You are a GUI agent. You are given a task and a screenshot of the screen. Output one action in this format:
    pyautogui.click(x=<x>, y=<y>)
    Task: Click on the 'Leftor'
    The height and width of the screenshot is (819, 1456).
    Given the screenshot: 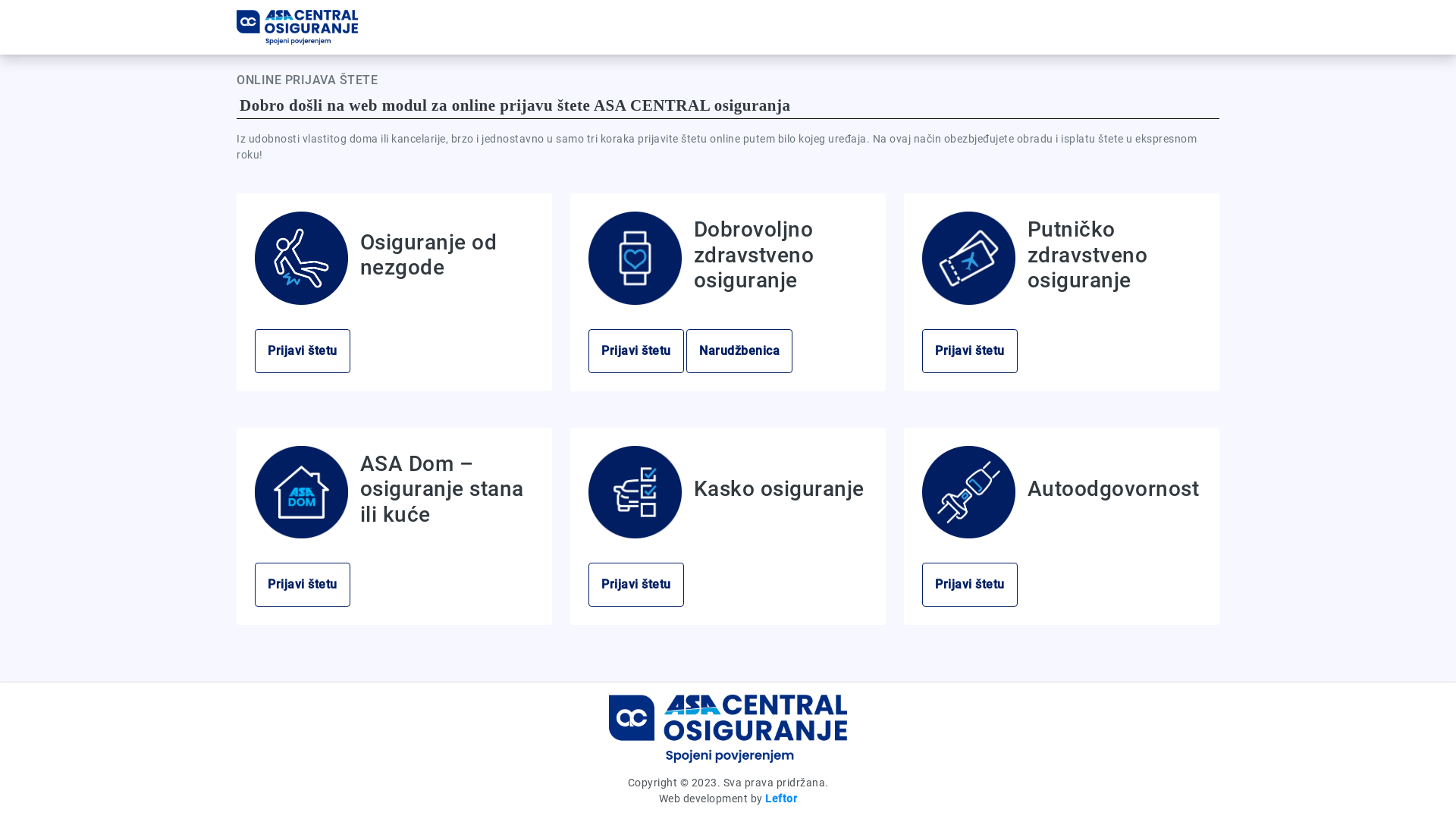 What is the action you would take?
    pyautogui.click(x=781, y=798)
    